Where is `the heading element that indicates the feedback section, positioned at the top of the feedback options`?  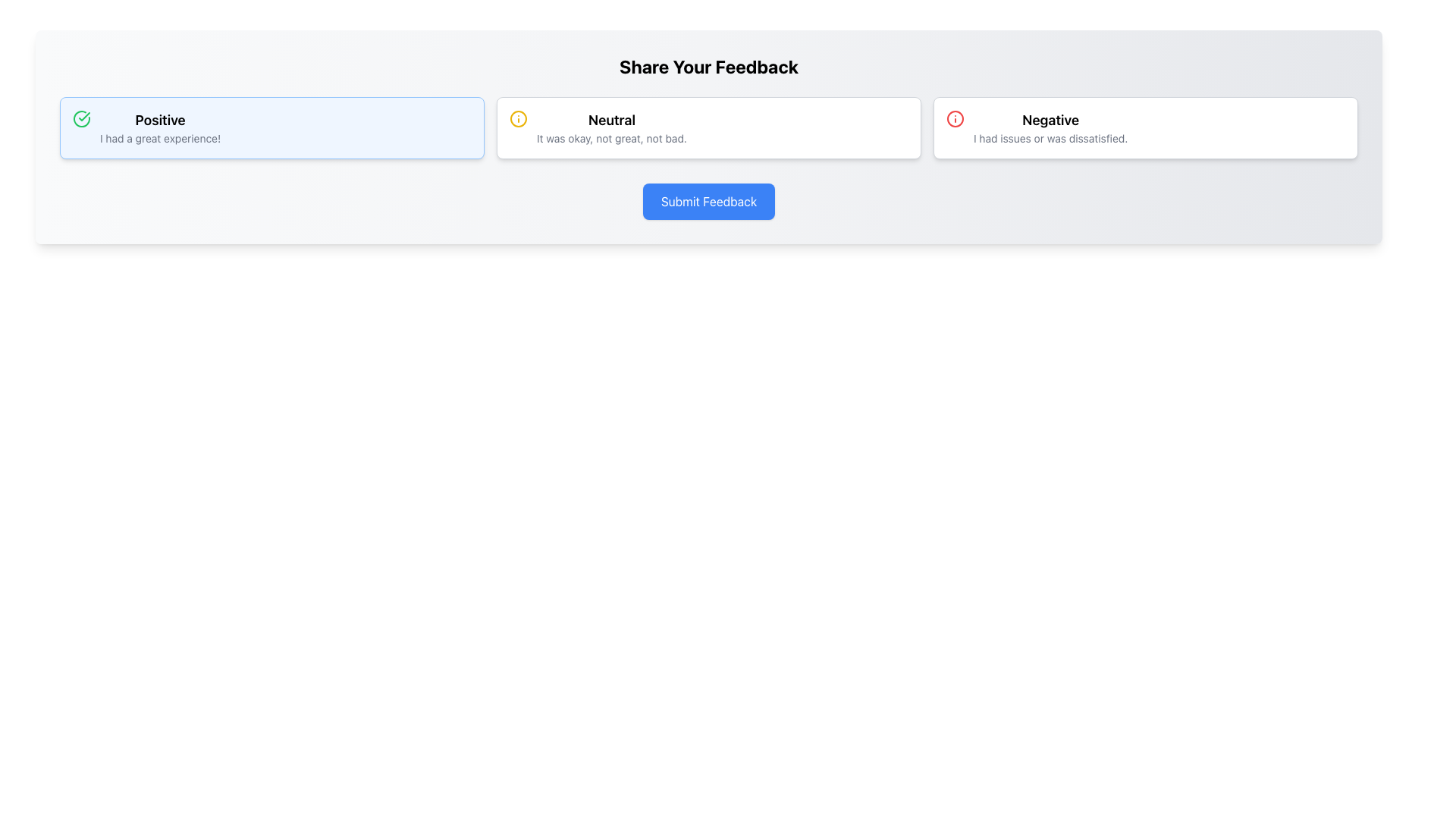
the heading element that indicates the feedback section, positioned at the top of the feedback options is located at coordinates (708, 66).